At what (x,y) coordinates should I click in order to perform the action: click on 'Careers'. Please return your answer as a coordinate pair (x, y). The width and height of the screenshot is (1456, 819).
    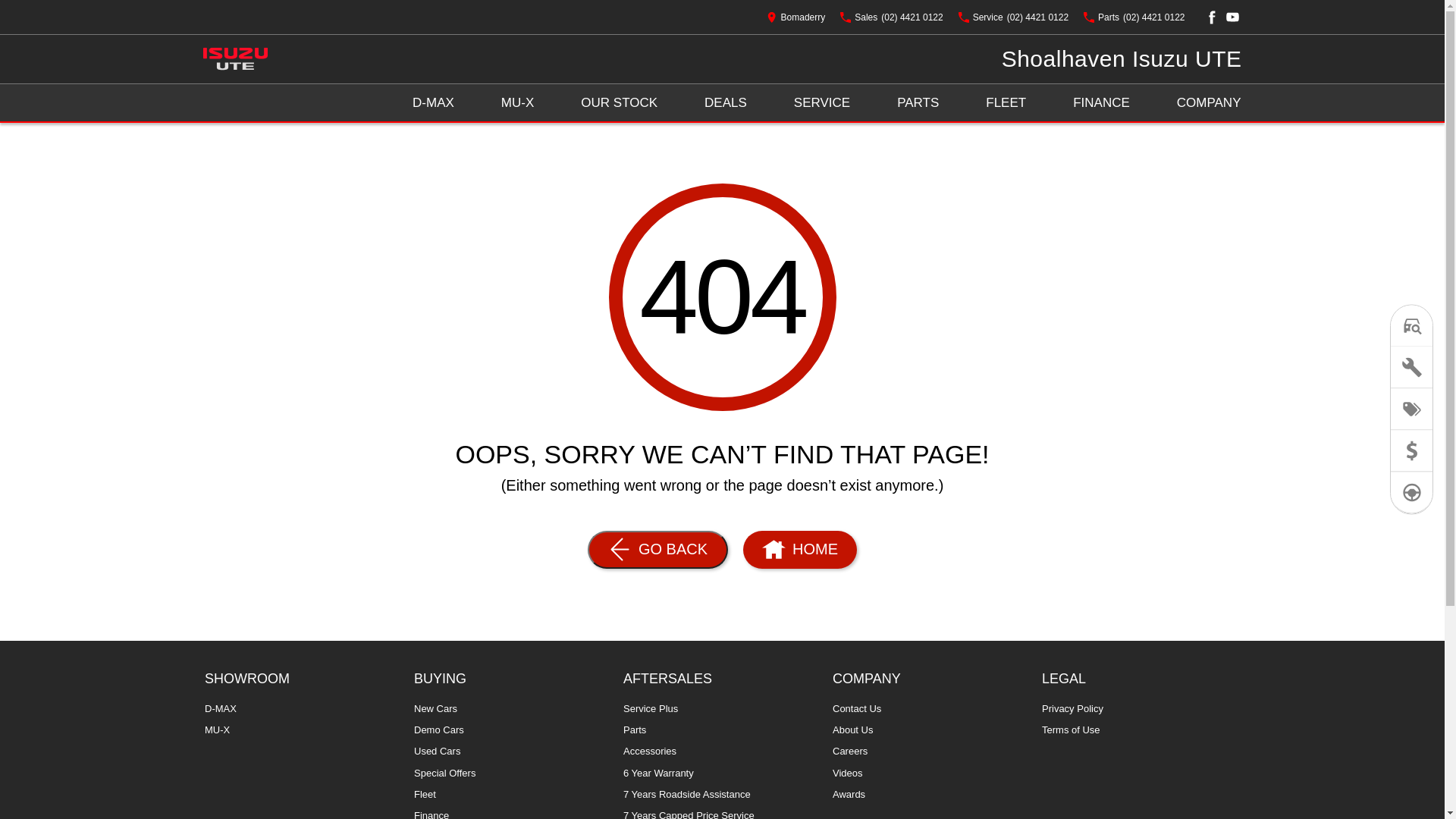
    Looking at the image, I should click on (850, 755).